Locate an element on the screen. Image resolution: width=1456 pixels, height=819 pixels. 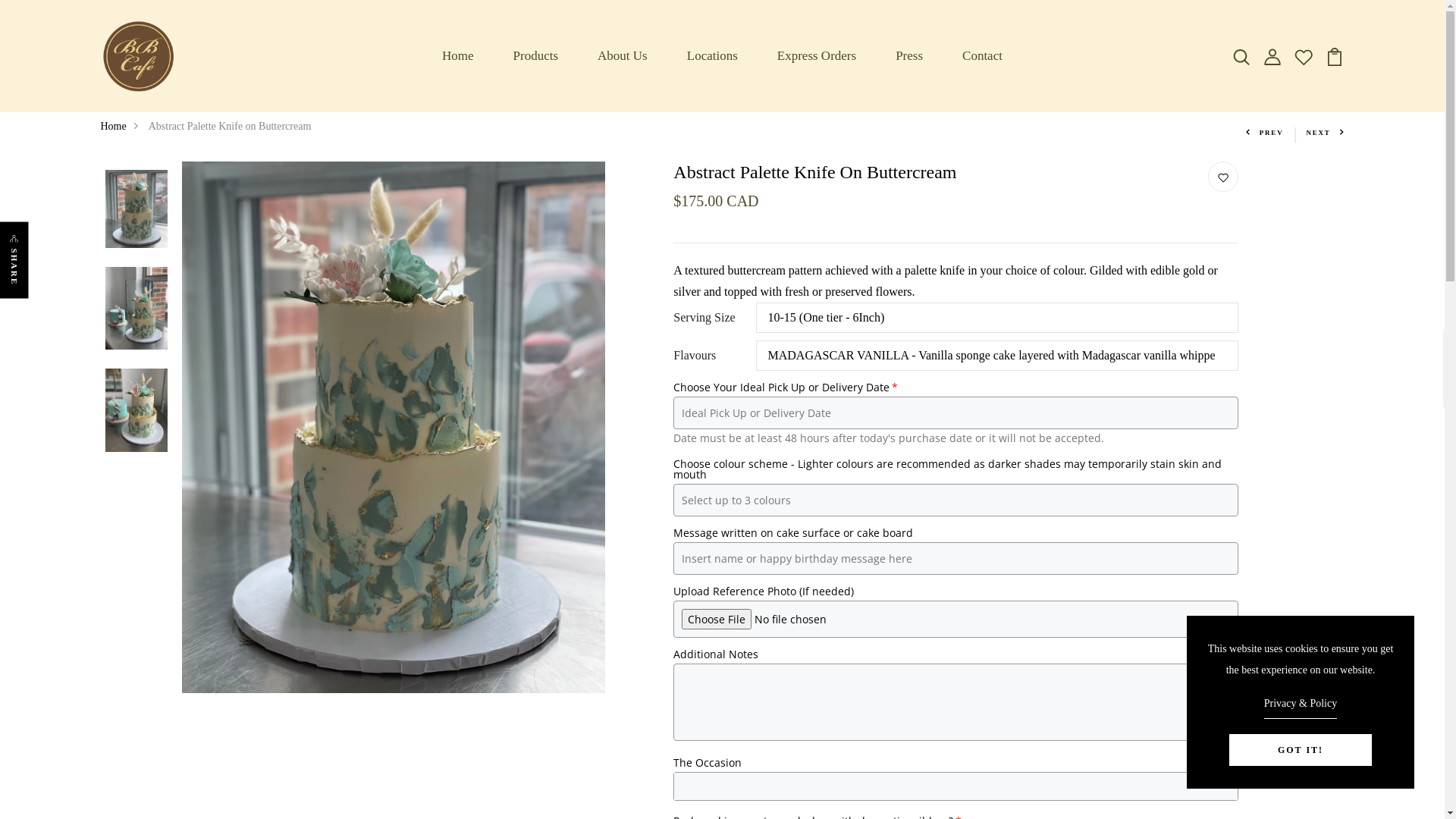
'Home' is located at coordinates (435, 55).